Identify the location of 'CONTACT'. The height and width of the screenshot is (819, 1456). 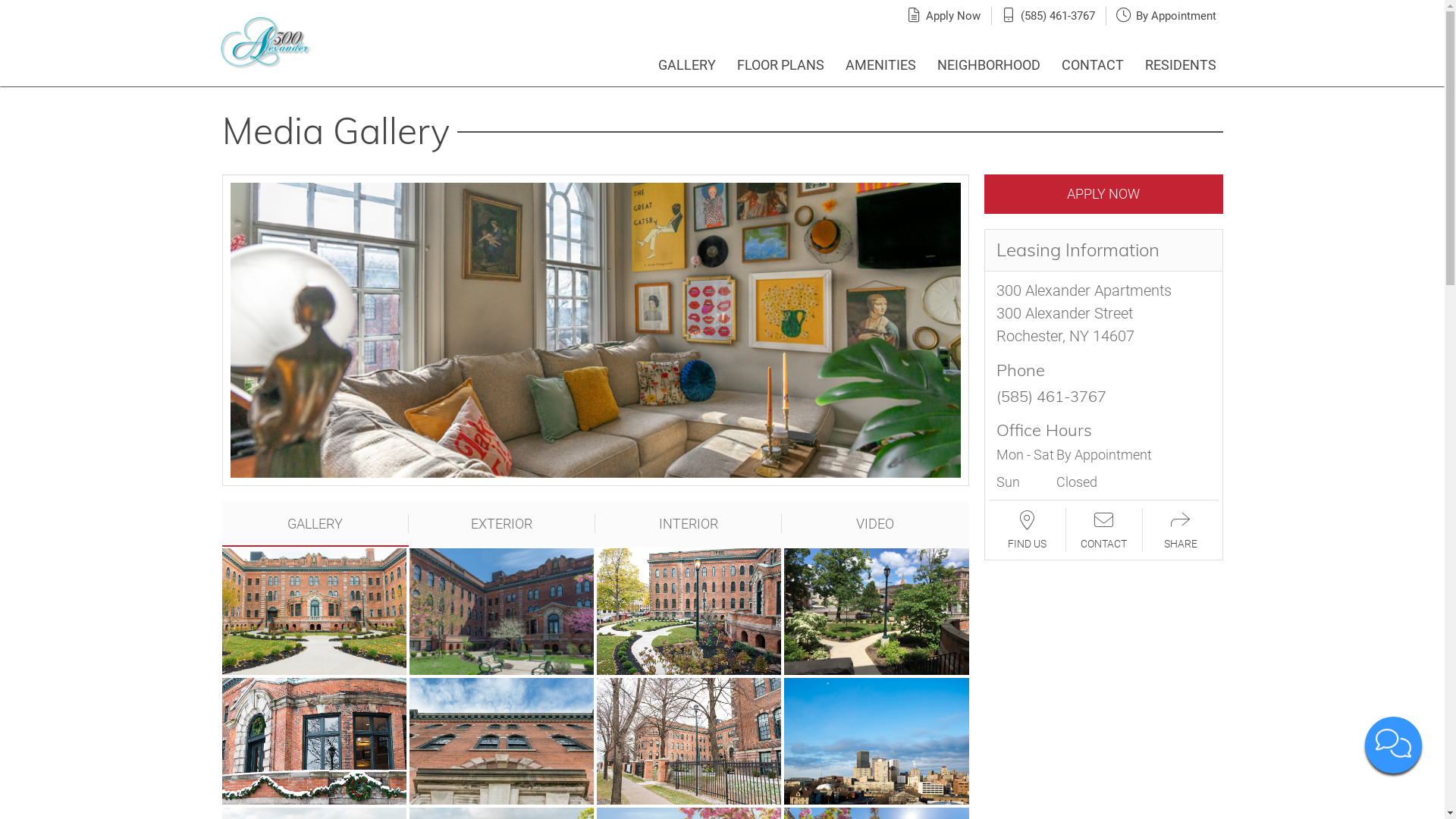
(1103, 529).